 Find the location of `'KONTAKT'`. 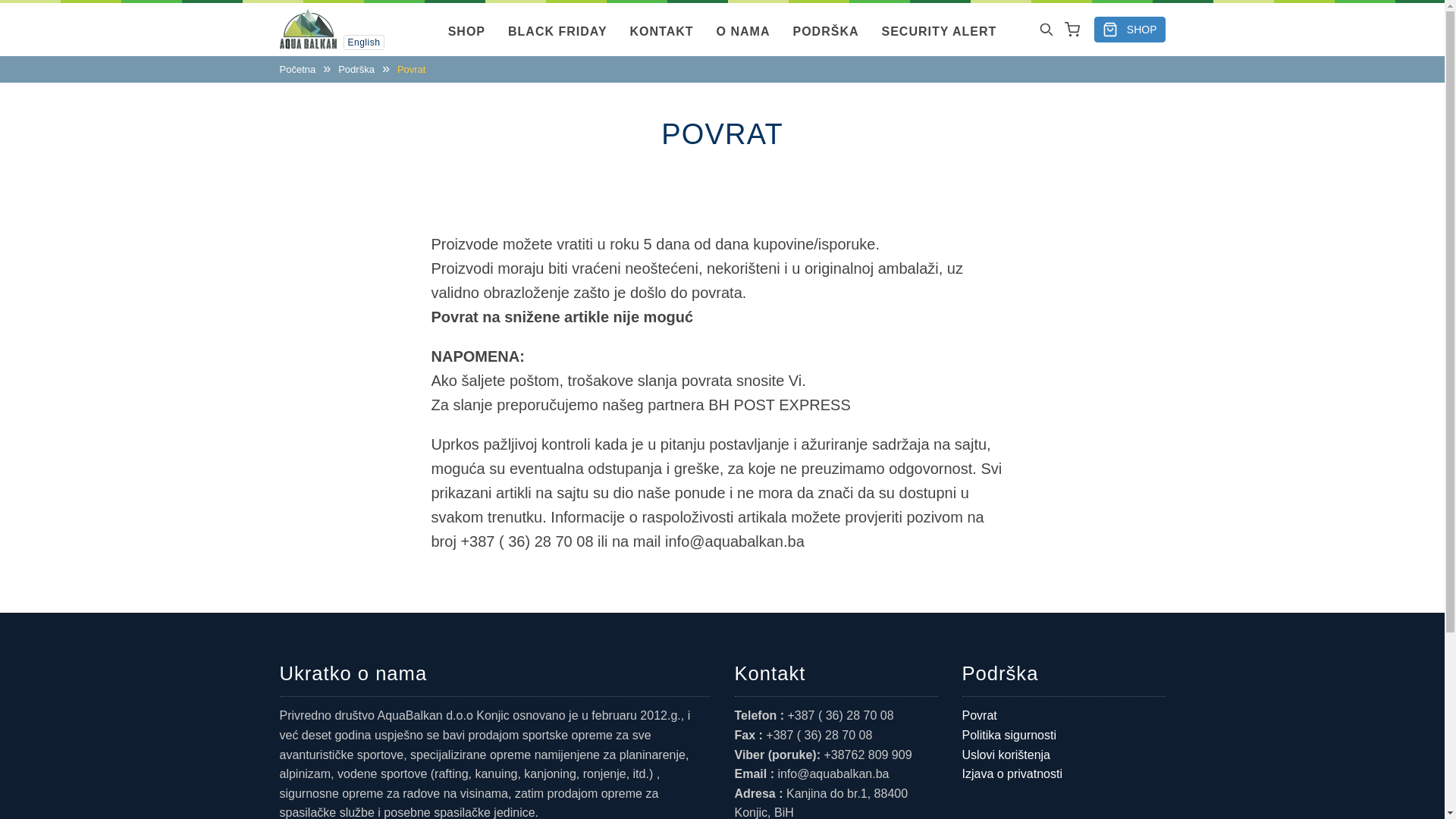

'KONTAKT' is located at coordinates (619, 32).